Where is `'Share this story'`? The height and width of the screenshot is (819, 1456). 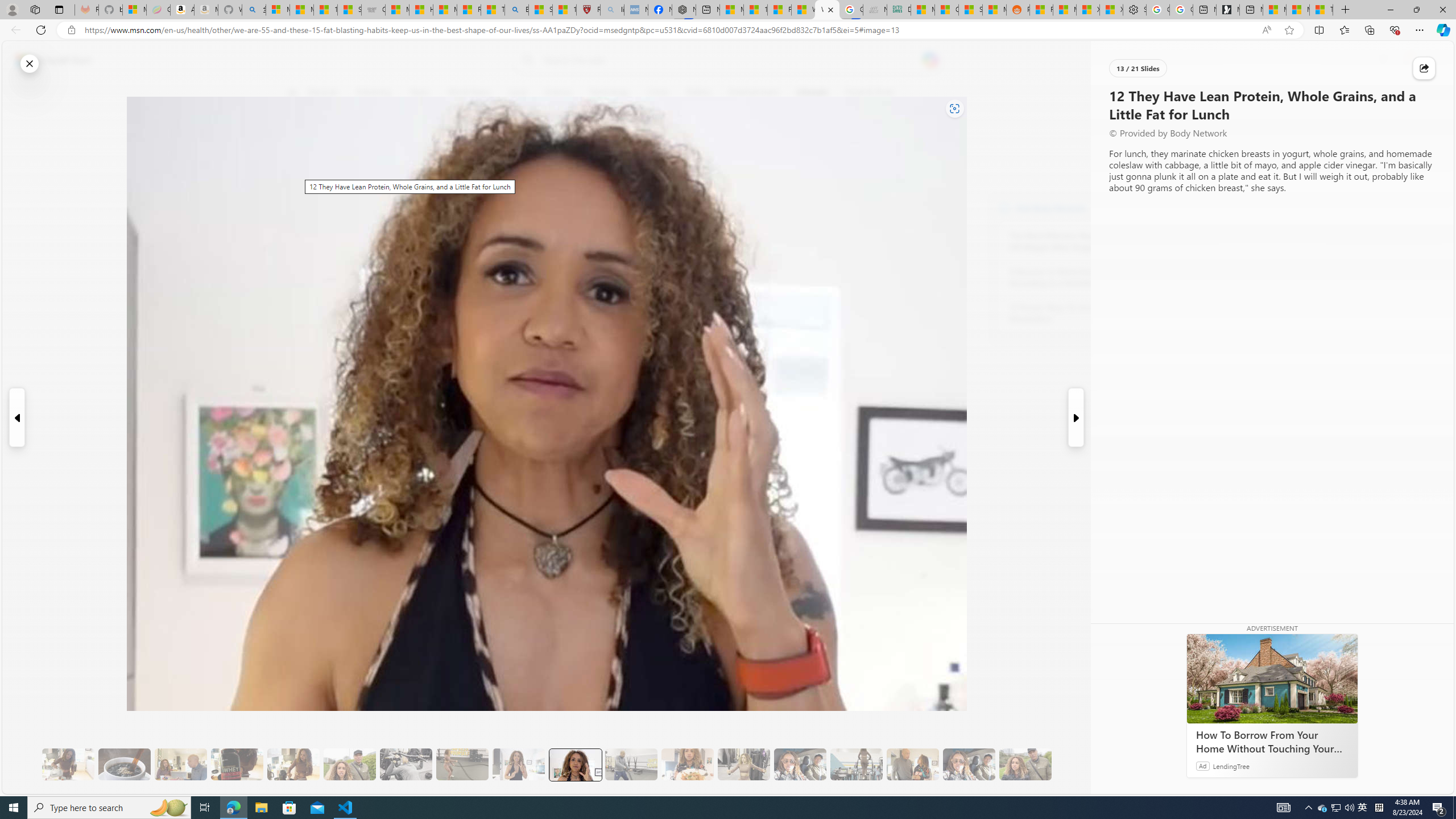
'Share this story' is located at coordinates (1423, 67).